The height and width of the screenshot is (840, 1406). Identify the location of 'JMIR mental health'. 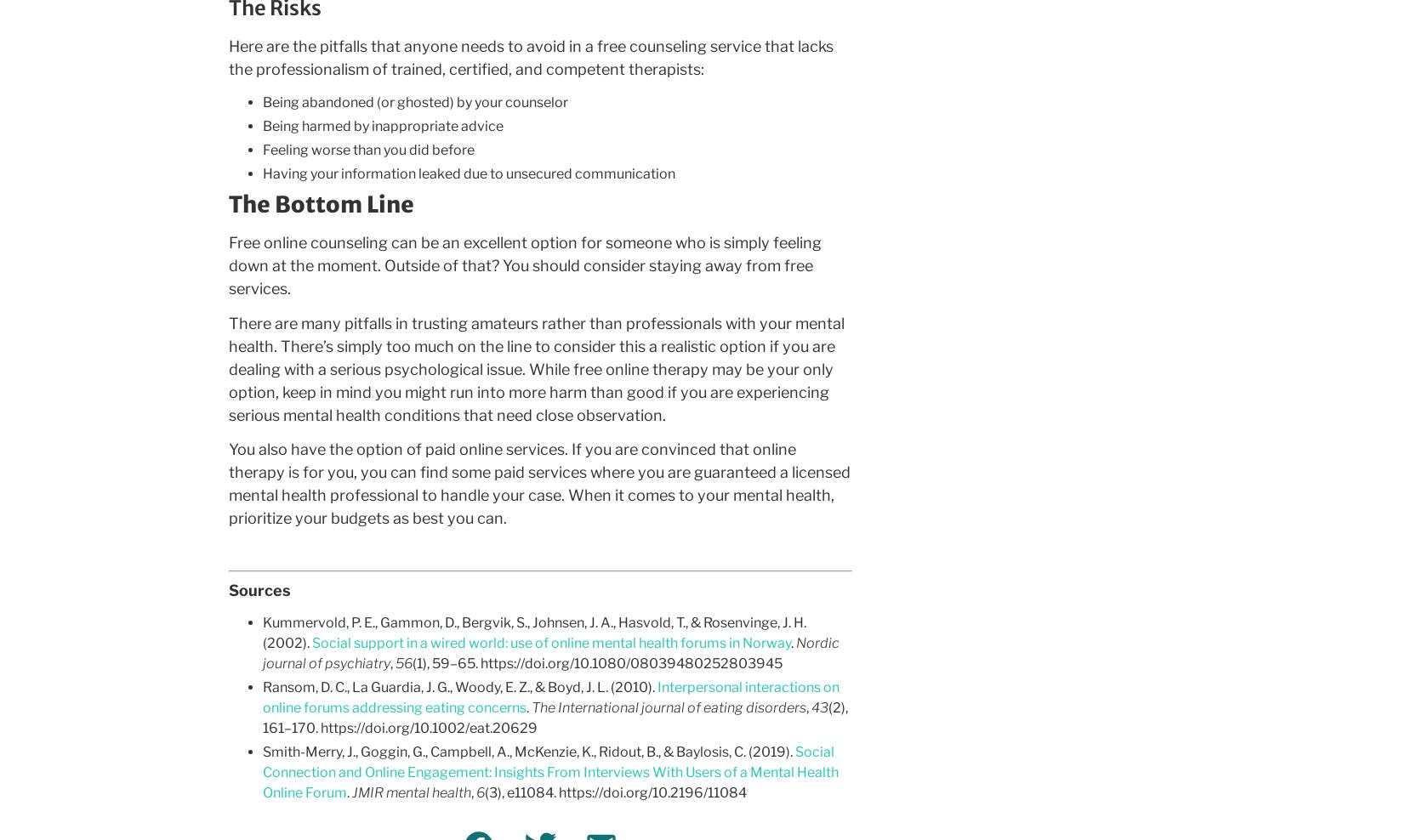
(410, 792).